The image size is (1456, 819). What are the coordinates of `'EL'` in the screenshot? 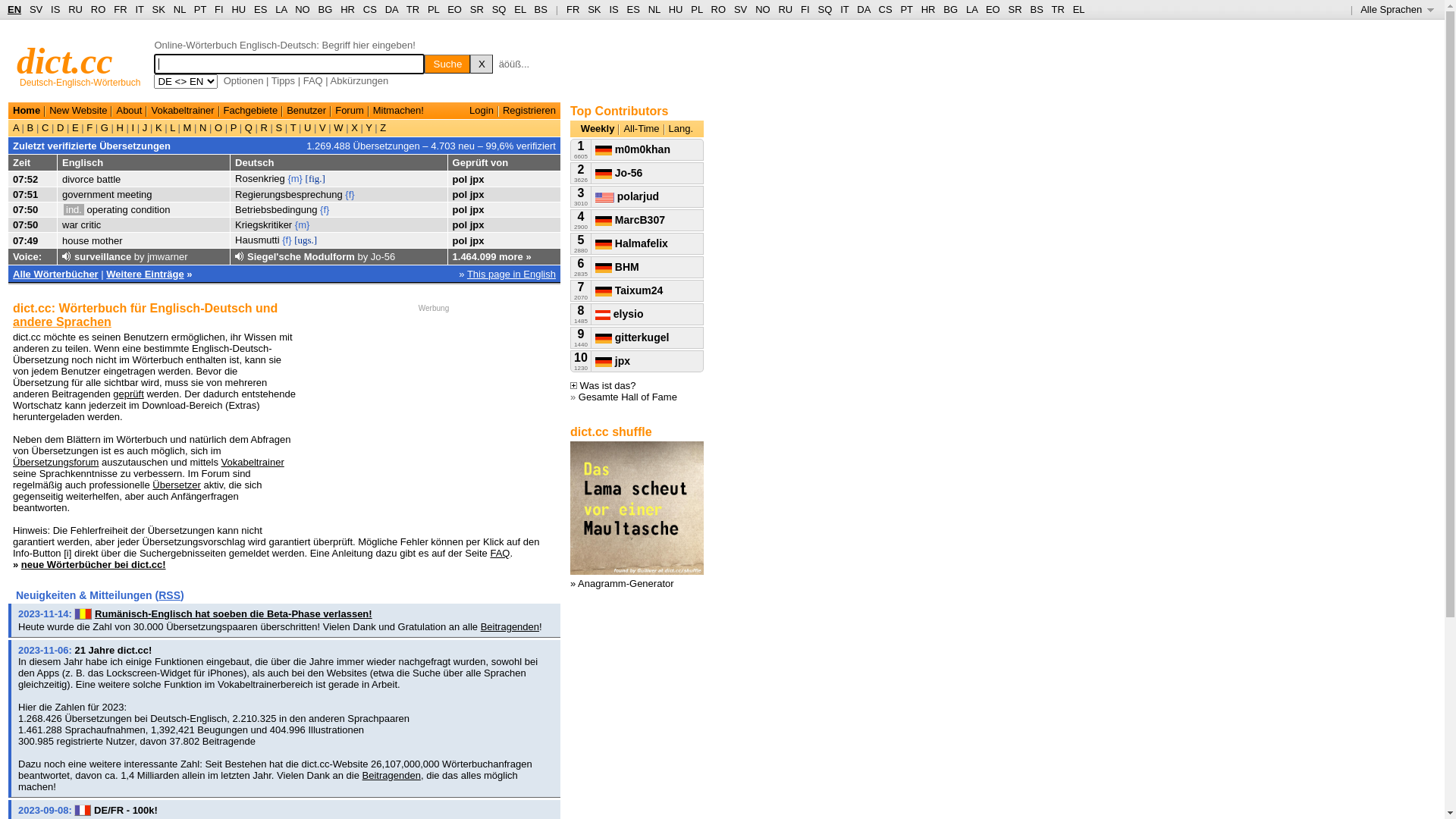 It's located at (1072, 9).